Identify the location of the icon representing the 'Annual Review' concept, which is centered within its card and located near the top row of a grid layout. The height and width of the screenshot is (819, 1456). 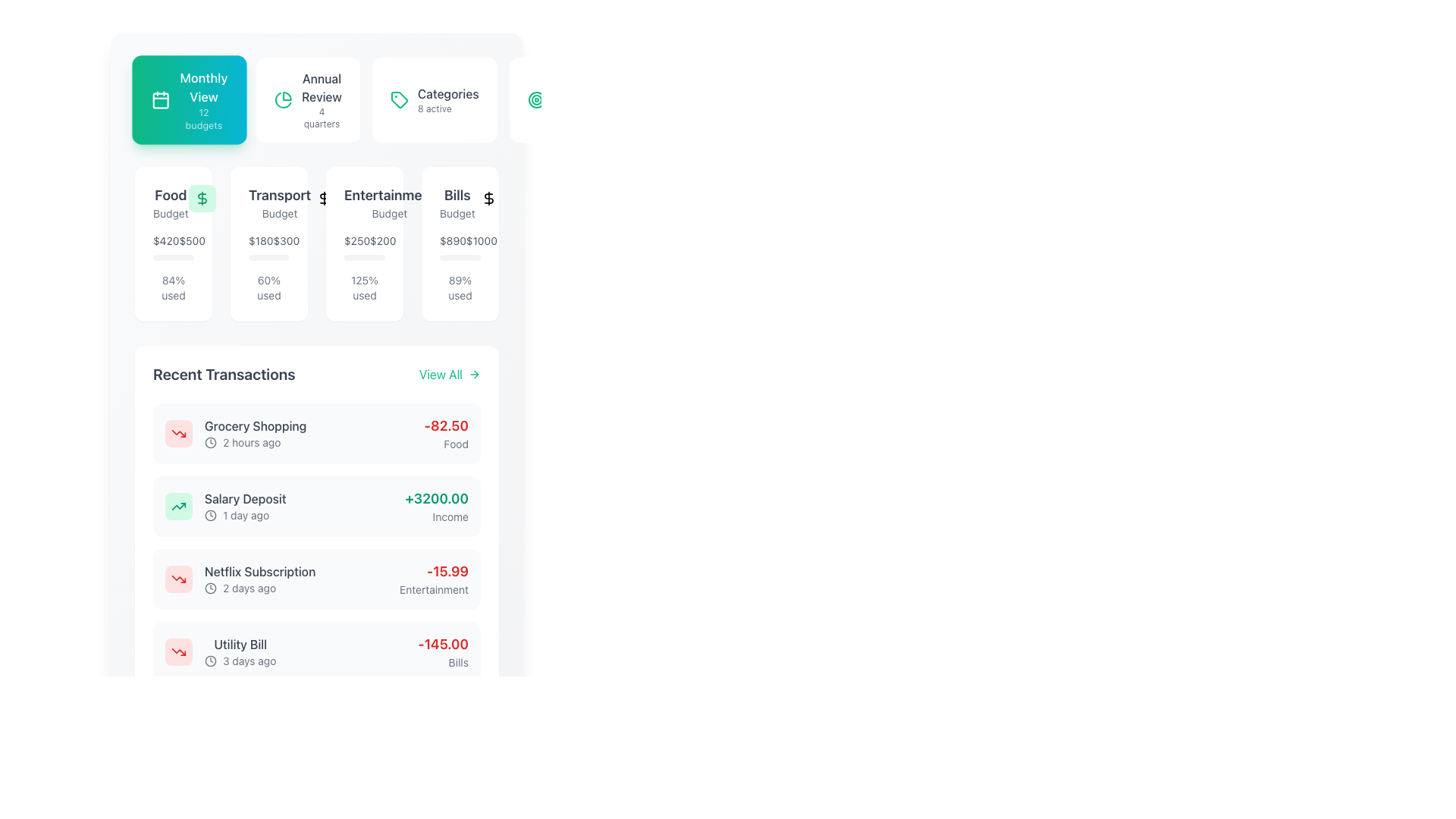
(284, 99).